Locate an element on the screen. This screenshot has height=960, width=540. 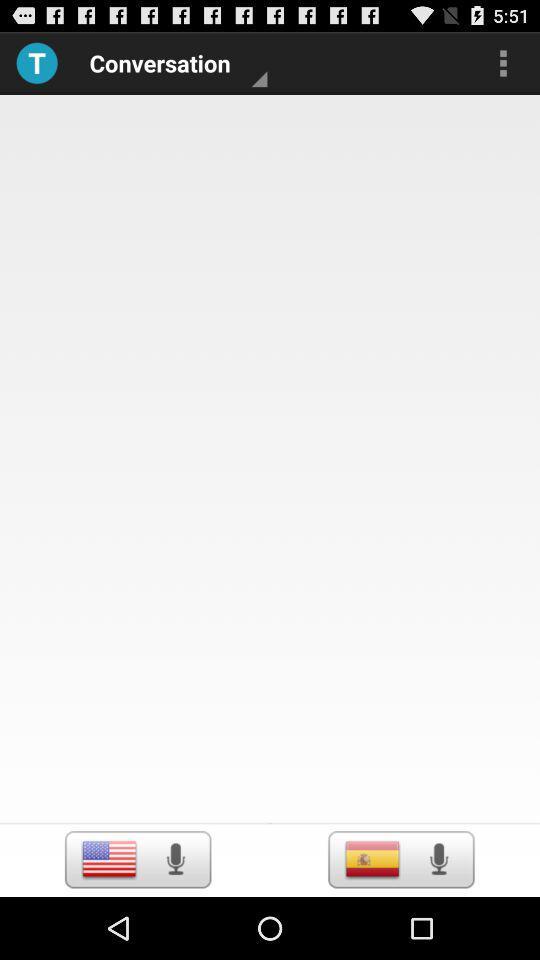
speaker button is located at coordinates (437, 858).